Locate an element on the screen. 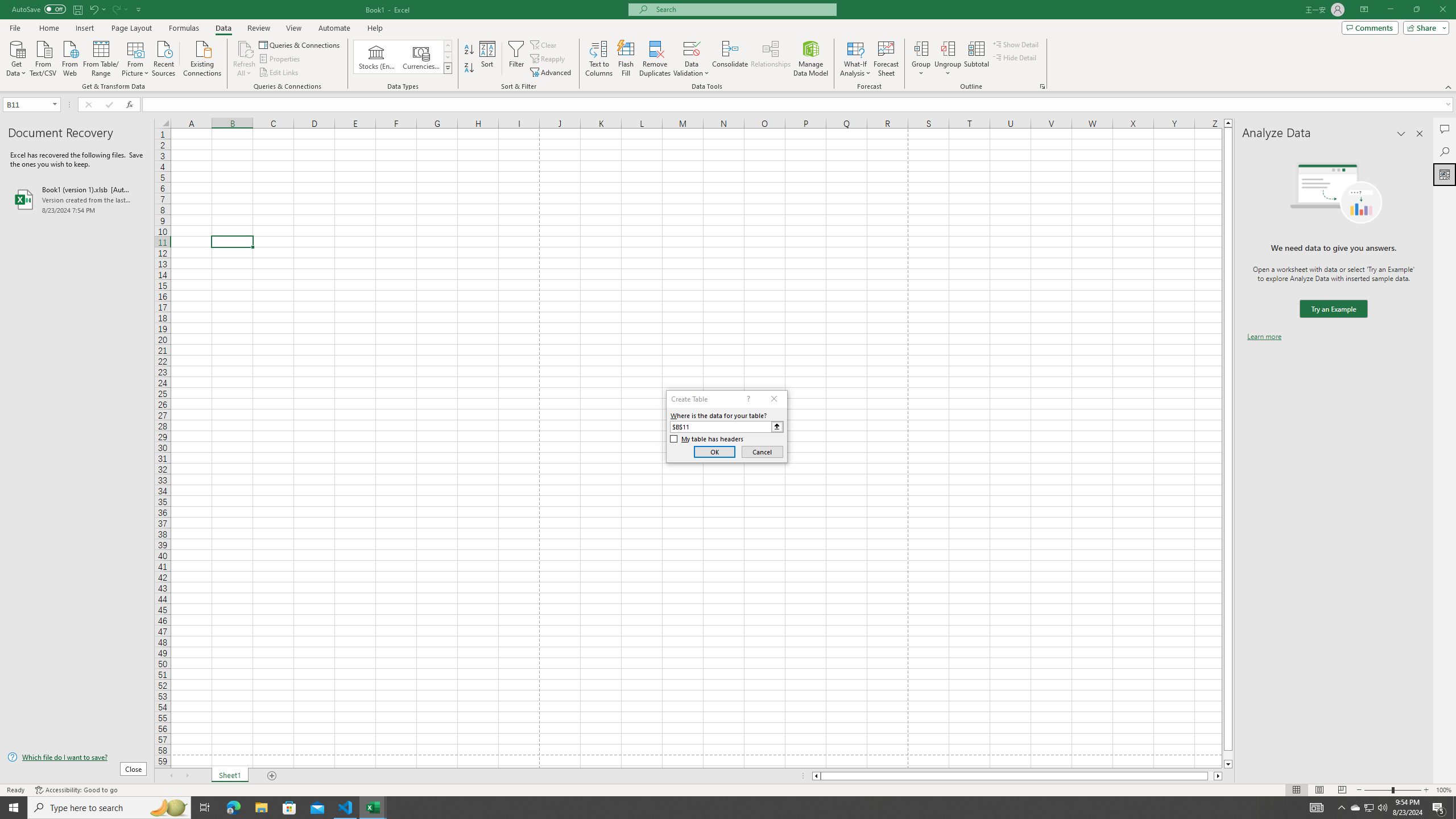  'Consolidate...' is located at coordinates (730, 59).